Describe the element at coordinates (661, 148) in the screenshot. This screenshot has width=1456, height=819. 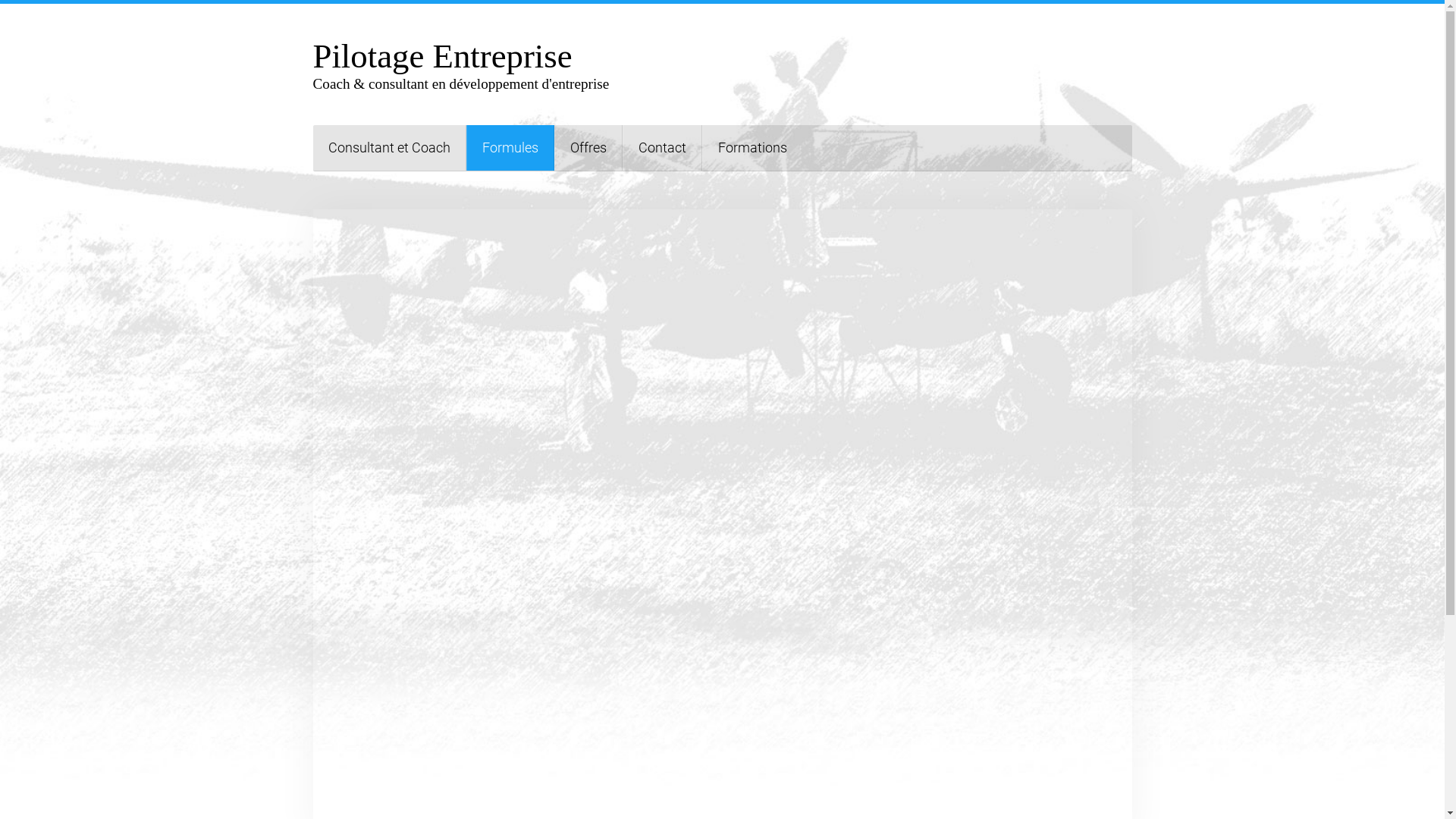
I see `'Contact'` at that location.